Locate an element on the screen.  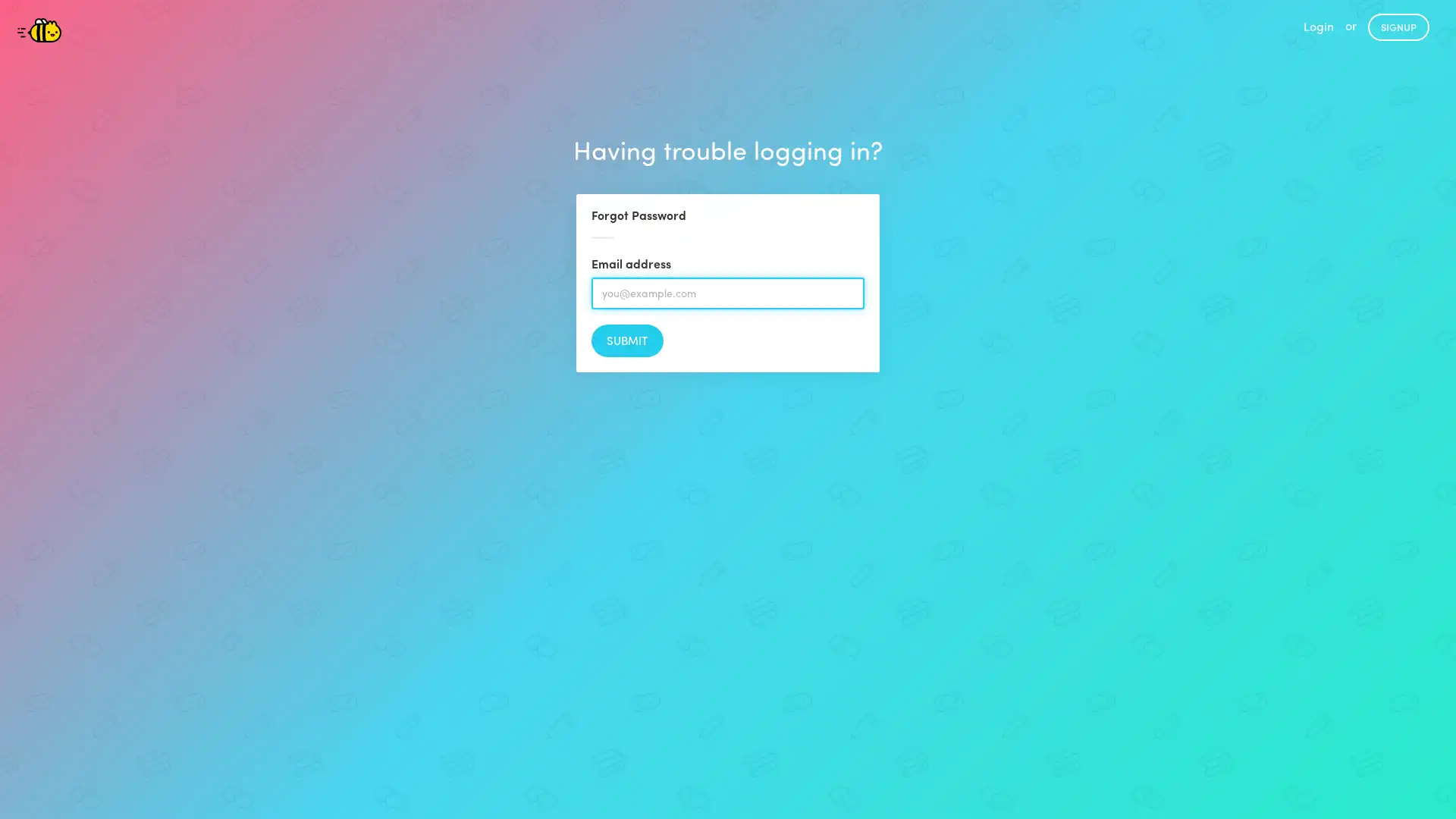
Submit is located at coordinates (627, 339).